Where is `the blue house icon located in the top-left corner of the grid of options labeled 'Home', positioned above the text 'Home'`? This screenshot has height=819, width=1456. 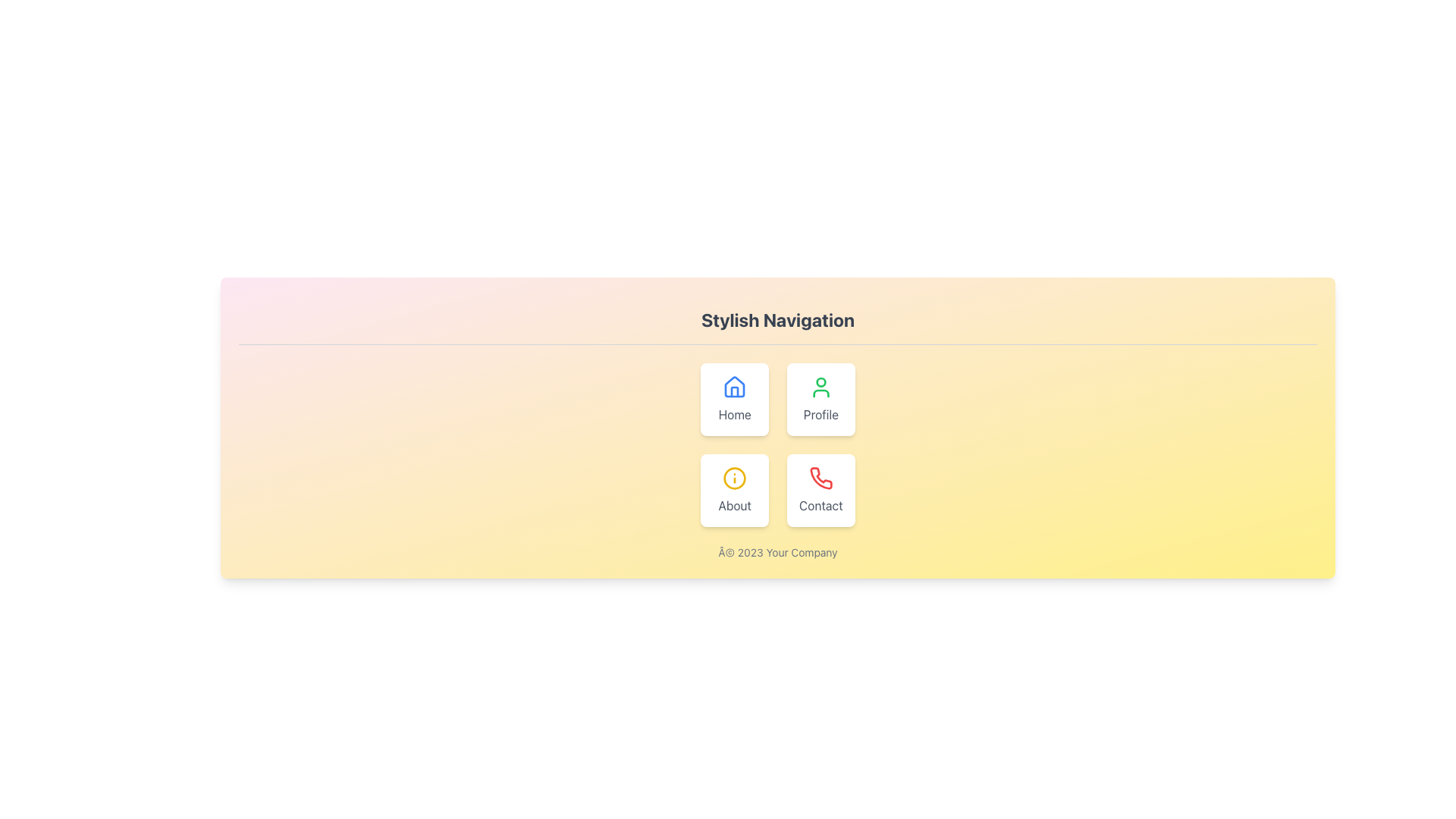 the blue house icon located in the top-left corner of the grid of options labeled 'Home', positioned above the text 'Home' is located at coordinates (735, 386).